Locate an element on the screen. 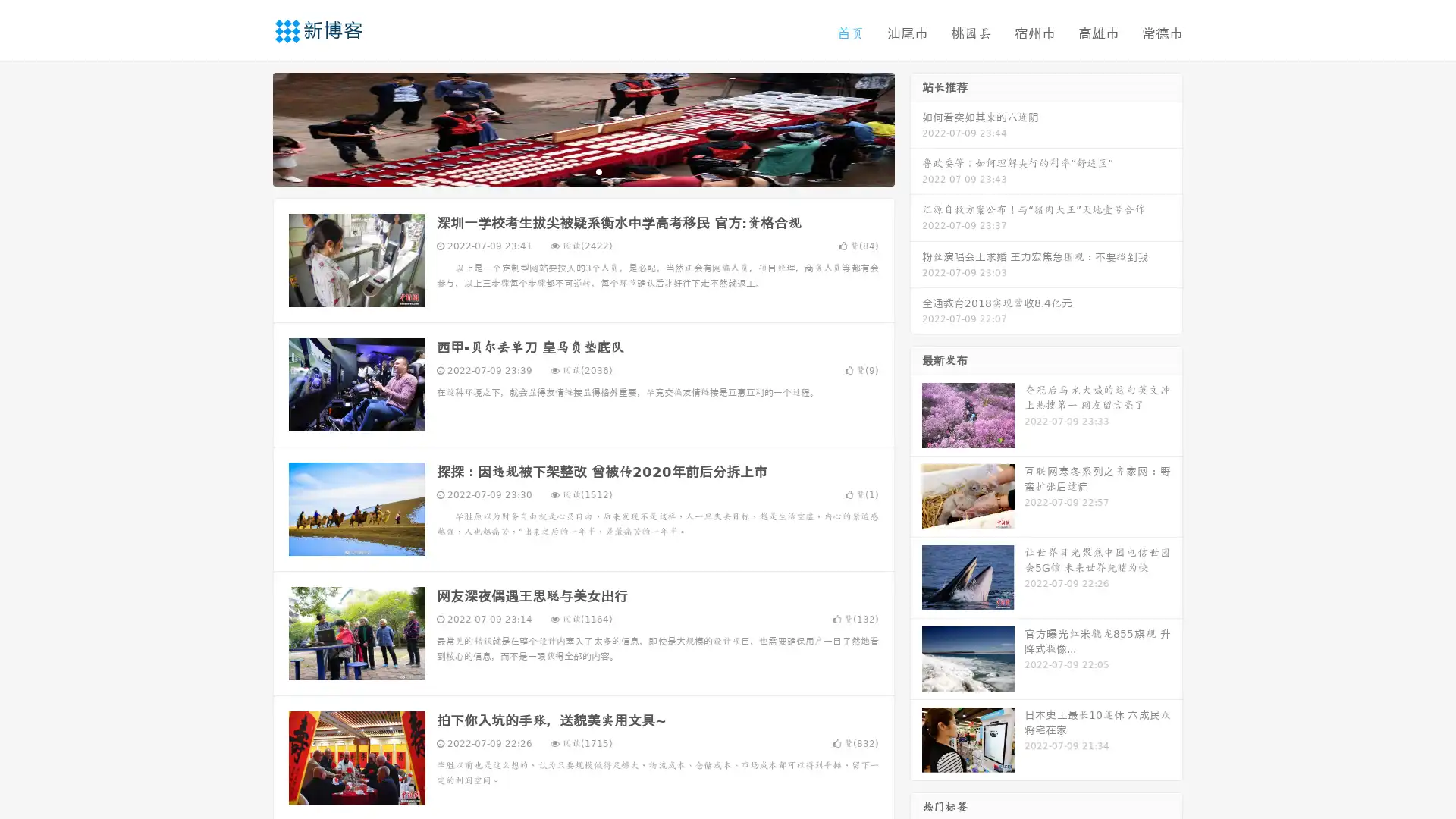 Image resolution: width=1456 pixels, height=819 pixels. Go to slide 1 is located at coordinates (567, 171).